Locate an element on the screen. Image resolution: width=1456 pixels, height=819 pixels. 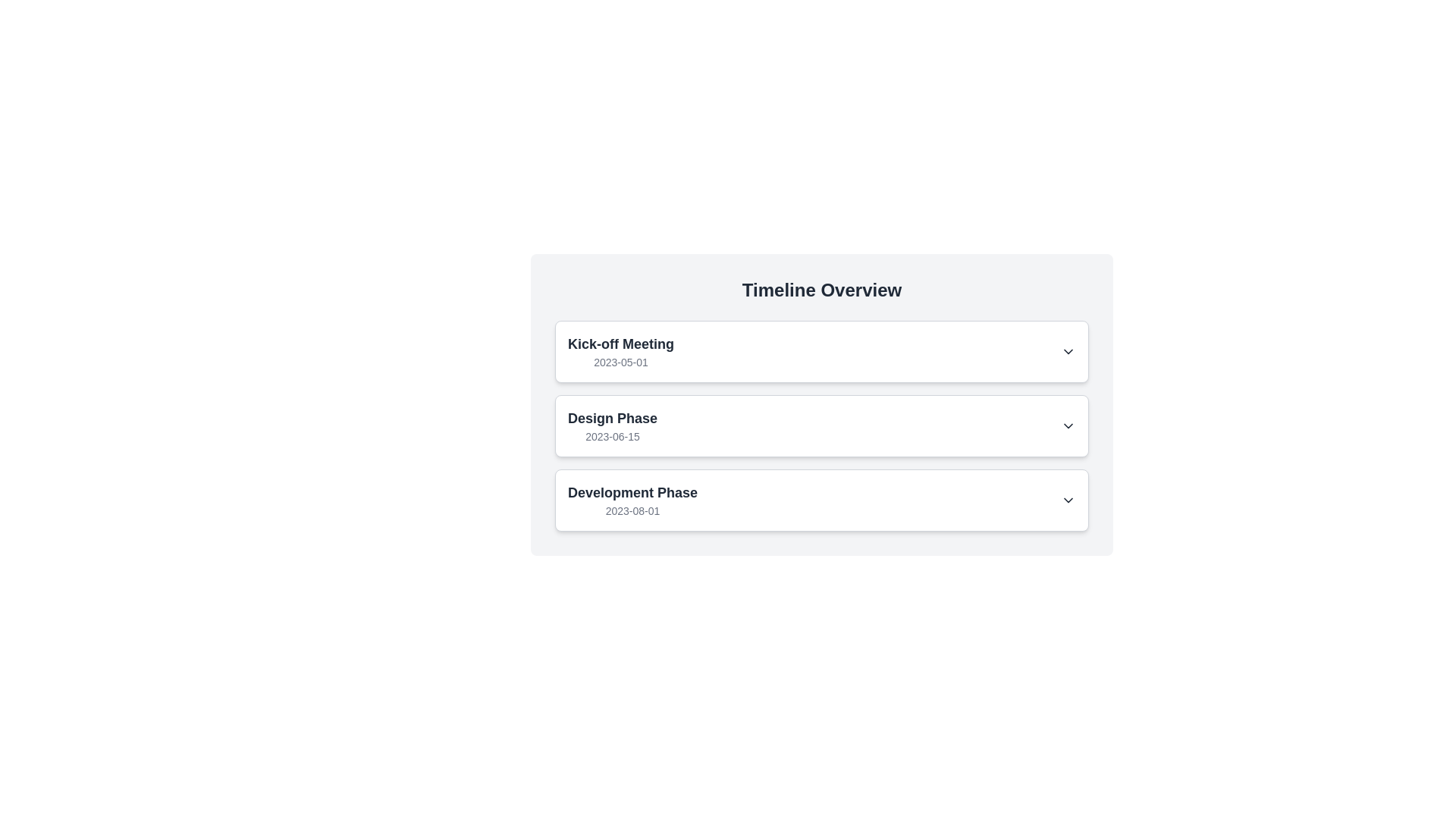
the 'Design Phase' text label, which is the second item in the vertical timeline list, located within the 'Timeline Overview' card is located at coordinates (612, 426).